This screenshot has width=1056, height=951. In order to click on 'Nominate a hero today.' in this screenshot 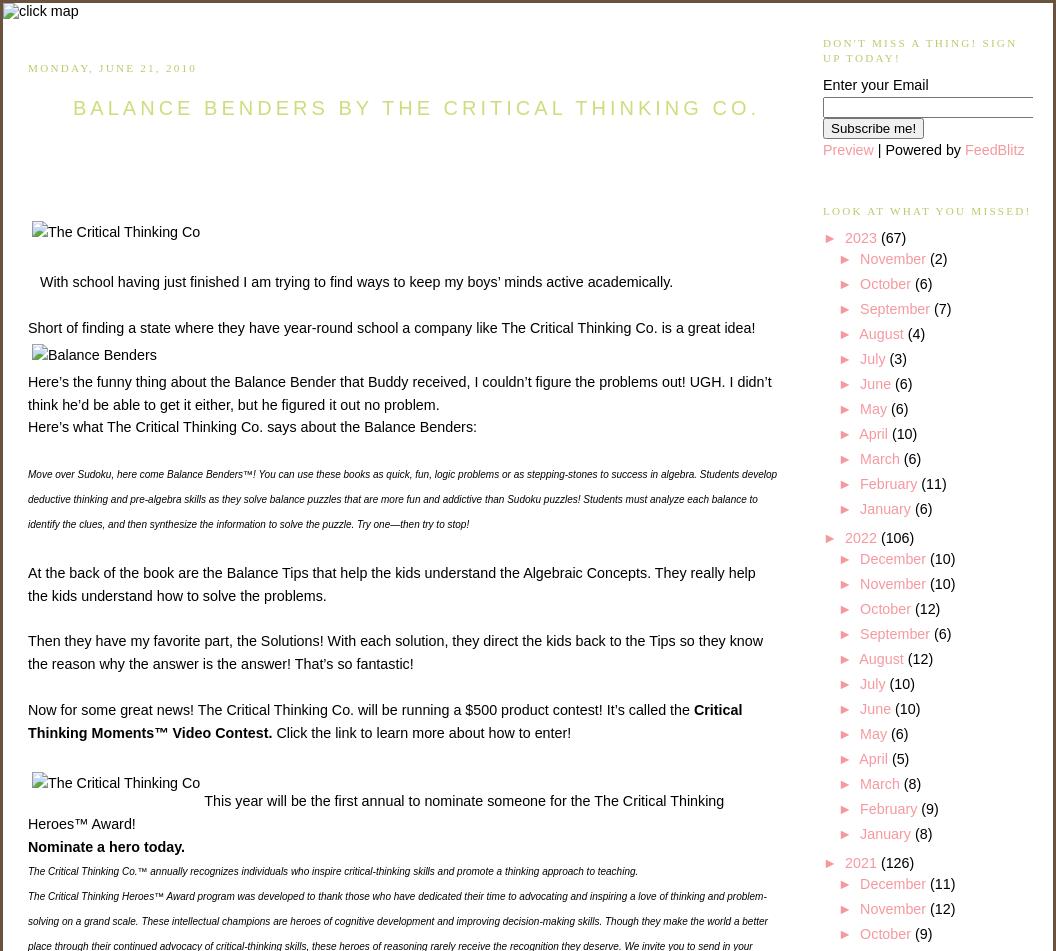, I will do `click(27, 845)`.